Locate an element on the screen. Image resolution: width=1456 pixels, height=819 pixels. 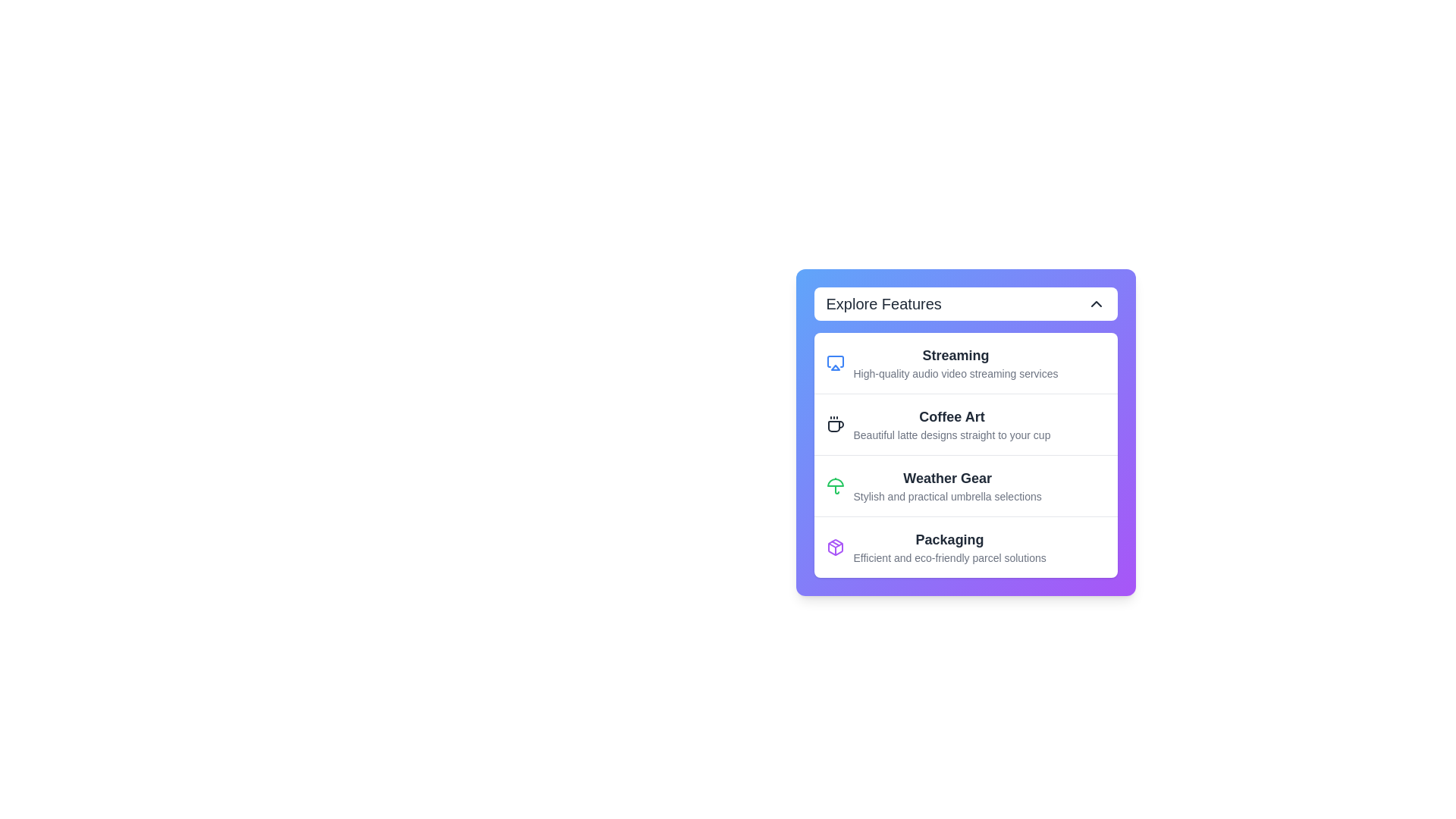
the gray text that reads 'Efficient and eco-friendly parcel solutions', located under the bold header 'Packaging' is located at coordinates (949, 558).